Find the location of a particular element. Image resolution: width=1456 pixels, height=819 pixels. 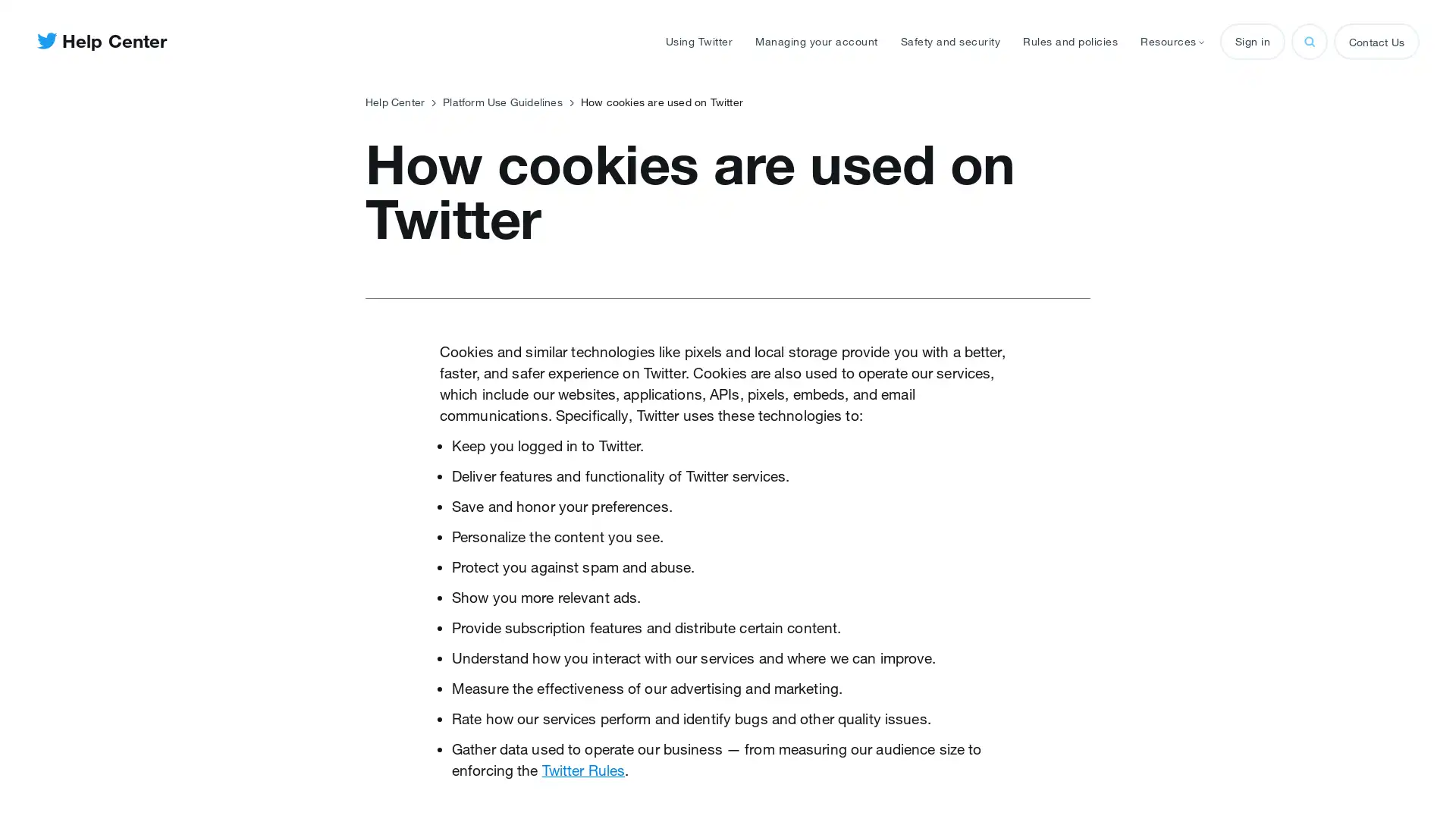

Open search menu is located at coordinates (1309, 40).